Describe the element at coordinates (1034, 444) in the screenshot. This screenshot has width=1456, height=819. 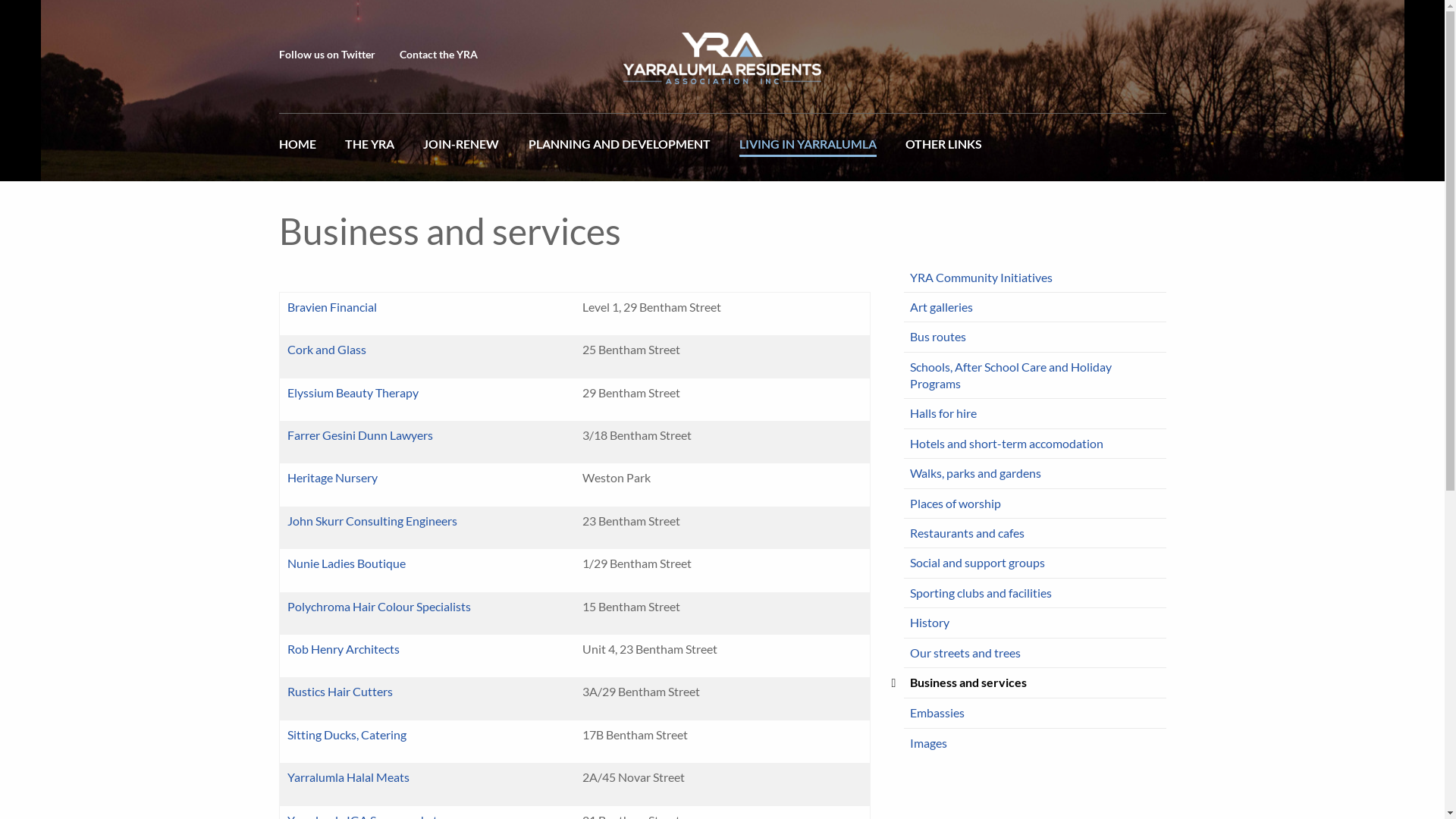
I see `'Hotels and short-term accomodation'` at that location.